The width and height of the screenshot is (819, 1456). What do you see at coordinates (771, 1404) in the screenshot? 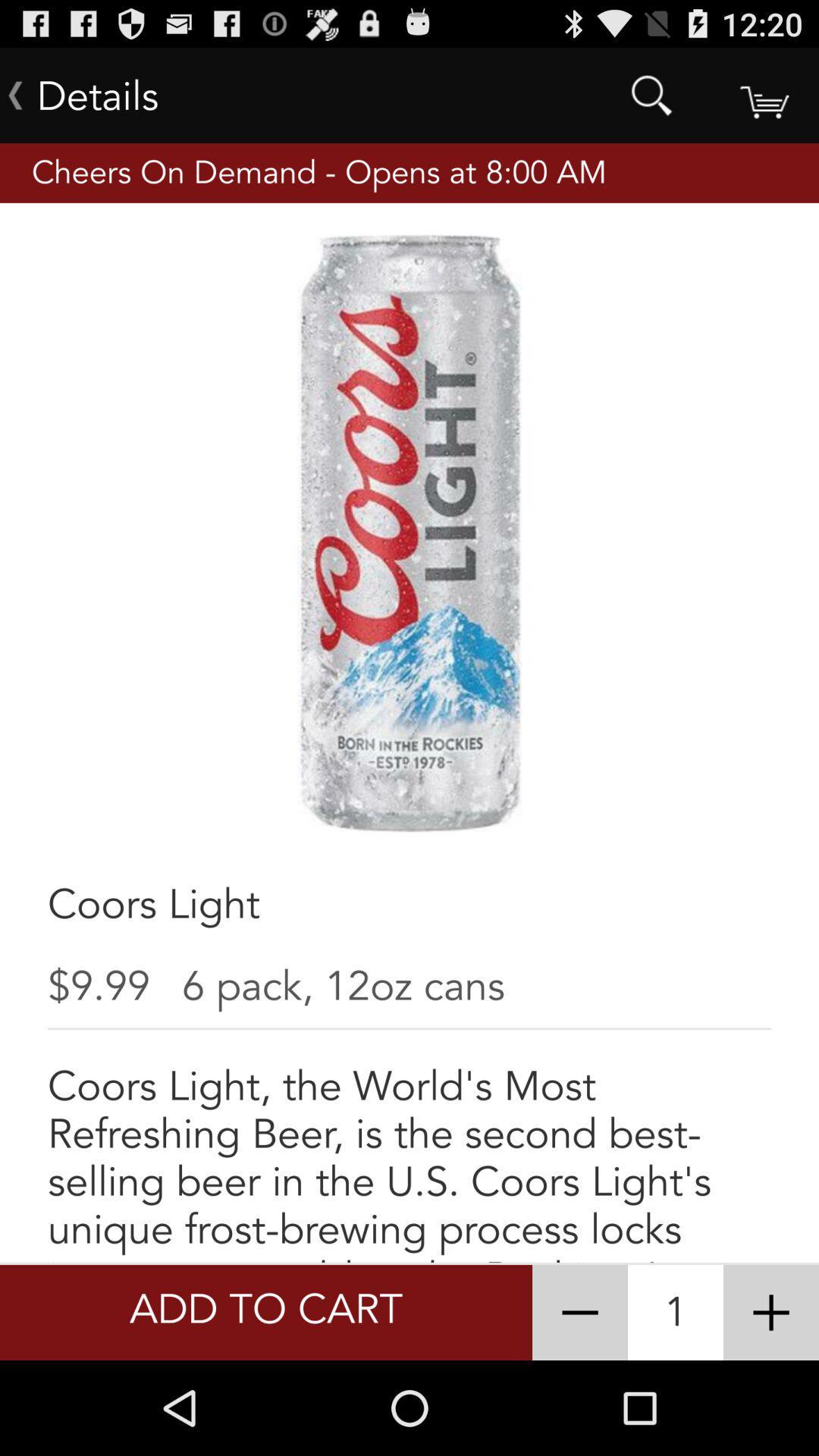
I see `the add icon` at bounding box center [771, 1404].